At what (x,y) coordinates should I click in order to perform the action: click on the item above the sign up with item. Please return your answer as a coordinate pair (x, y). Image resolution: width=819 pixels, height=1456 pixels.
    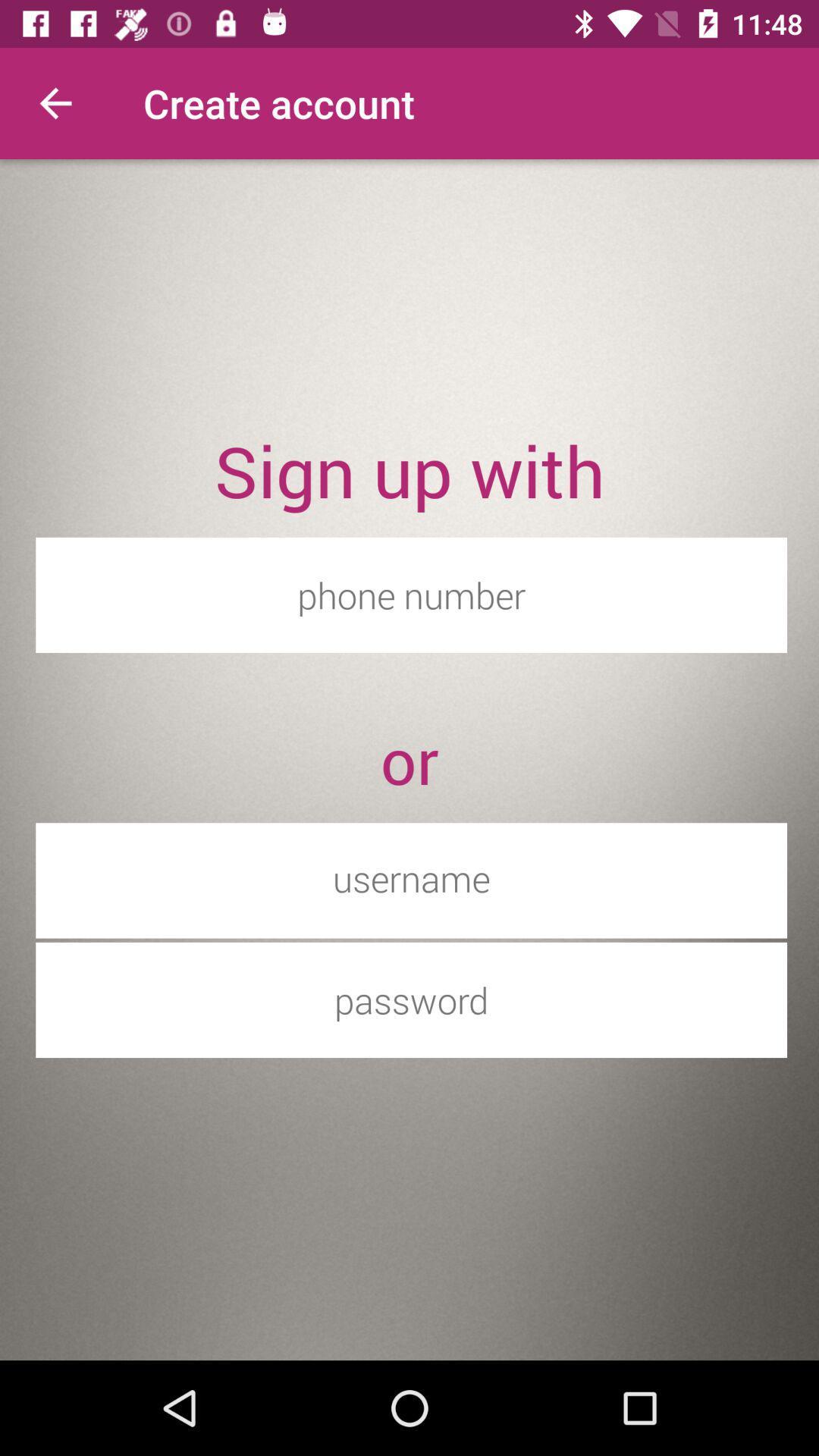
    Looking at the image, I should click on (55, 102).